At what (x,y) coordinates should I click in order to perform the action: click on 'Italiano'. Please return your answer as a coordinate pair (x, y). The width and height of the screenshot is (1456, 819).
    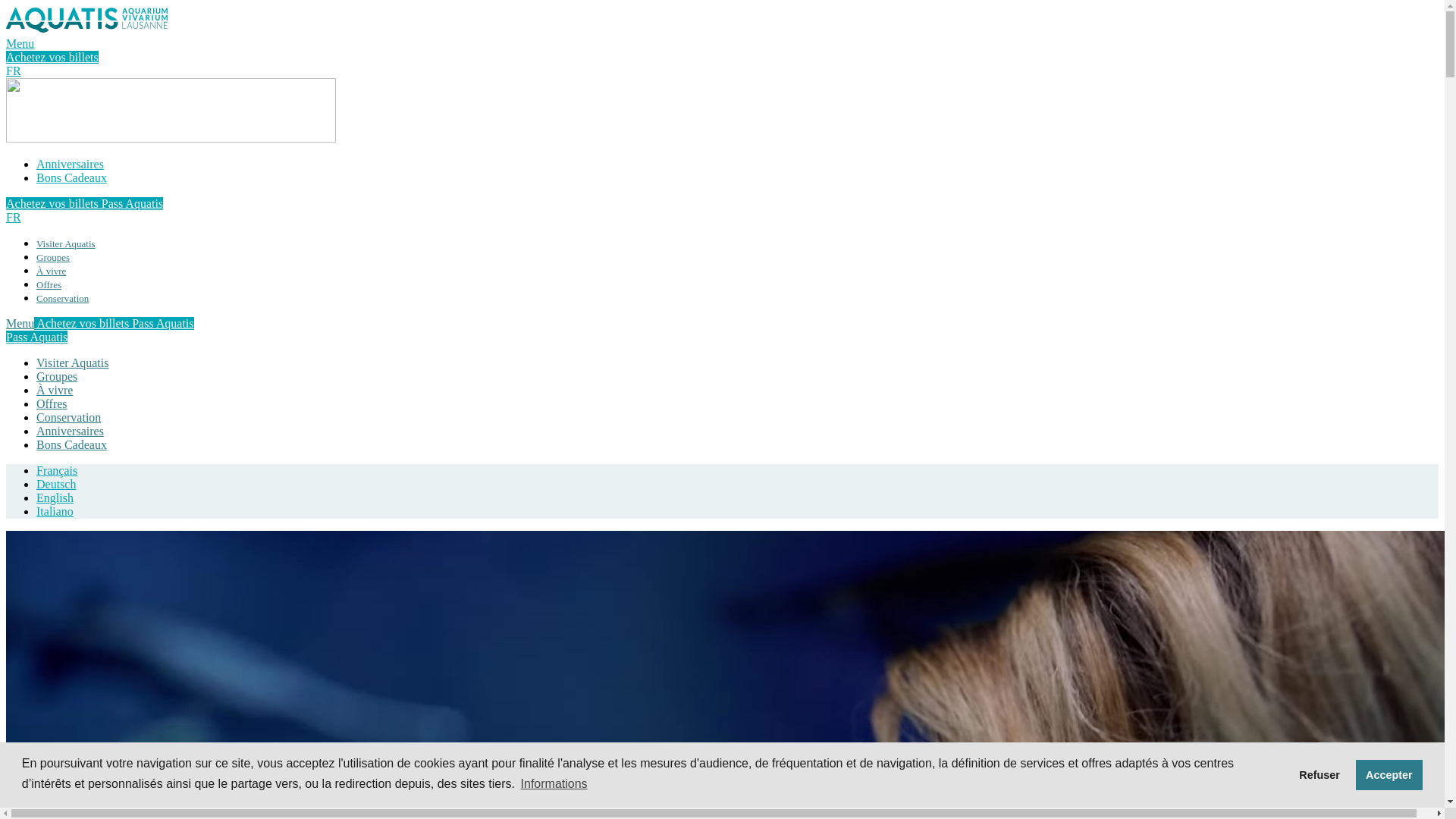
    Looking at the image, I should click on (55, 511).